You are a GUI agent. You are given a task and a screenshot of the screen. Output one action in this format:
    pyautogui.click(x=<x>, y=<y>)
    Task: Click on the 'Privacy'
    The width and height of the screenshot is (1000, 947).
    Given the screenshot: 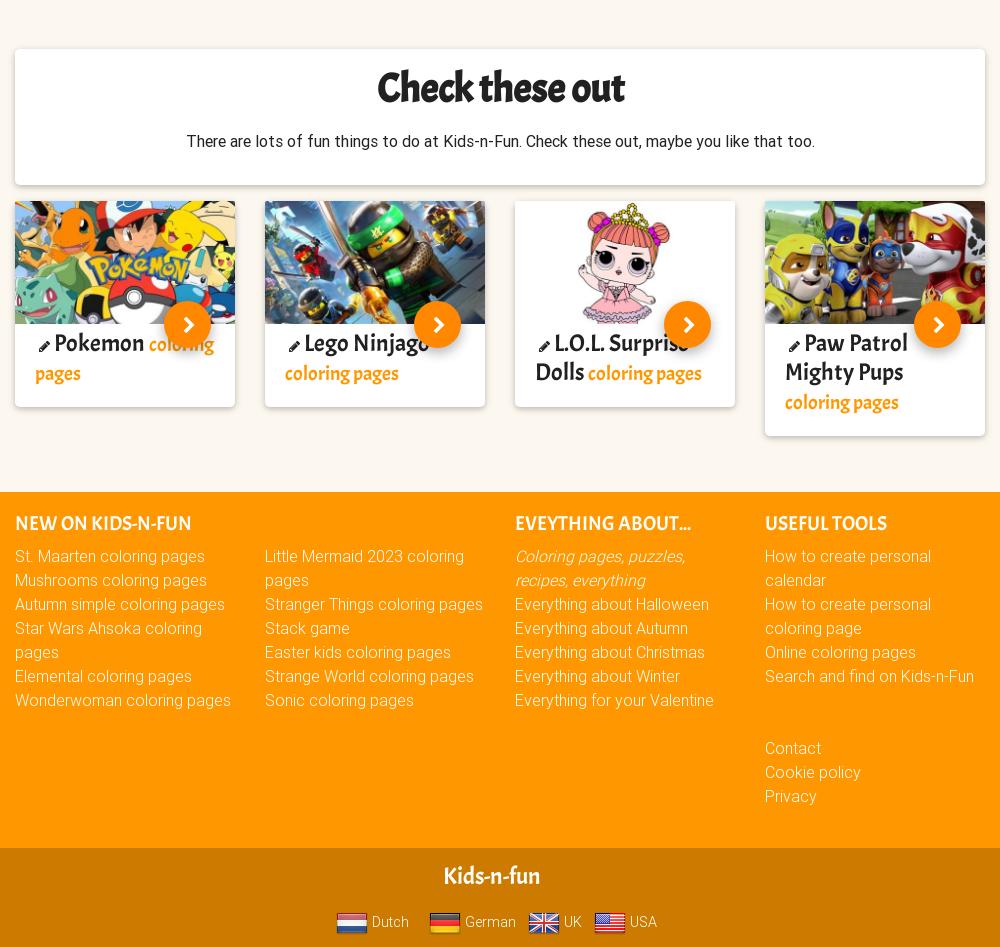 What is the action you would take?
    pyautogui.click(x=791, y=795)
    